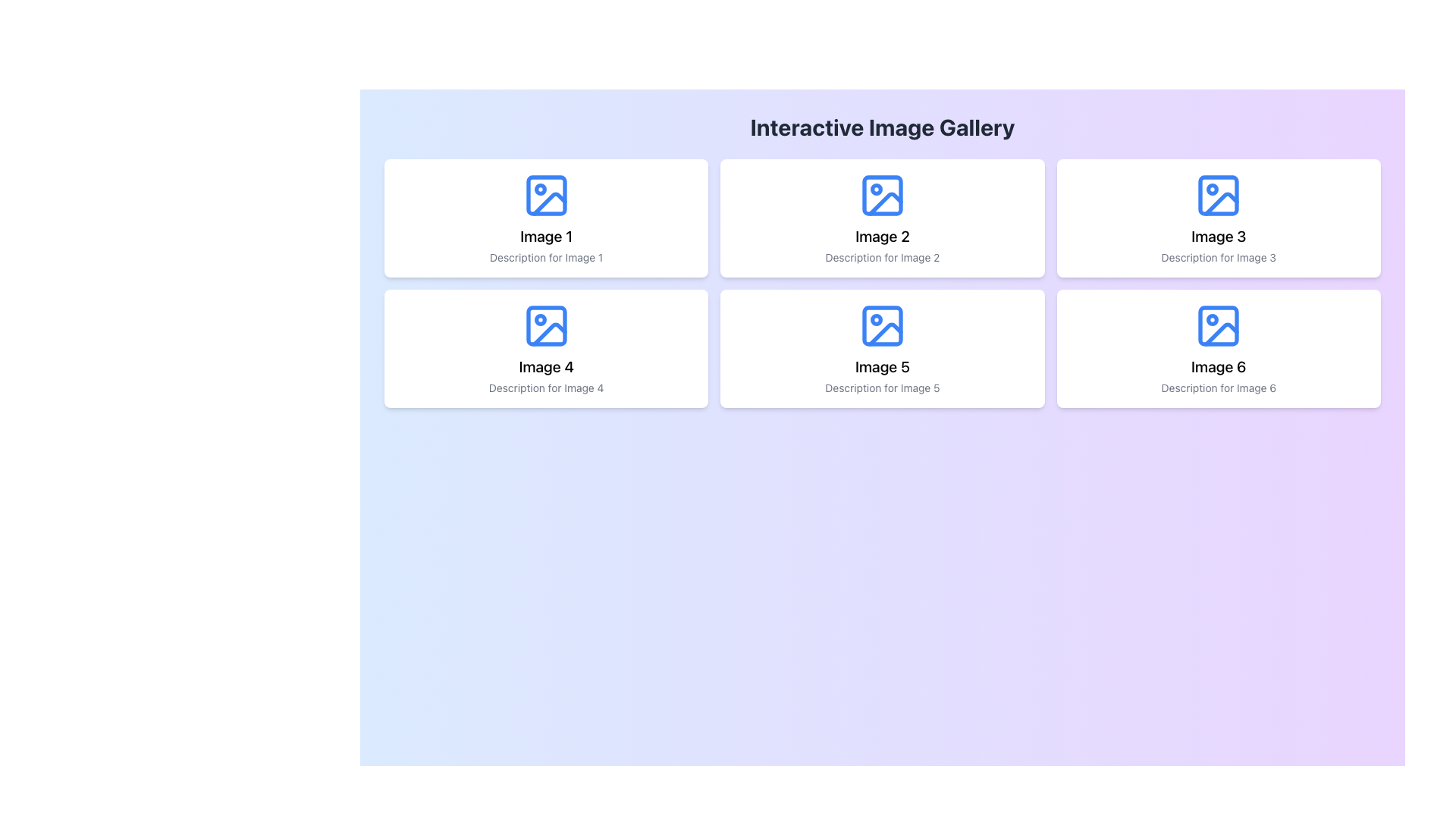  Describe the element at coordinates (1219, 195) in the screenshot. I see `the decorative icon for 'Image 3' located in the upper section of the card, which helps in visual identification of photo-related content` at that location.